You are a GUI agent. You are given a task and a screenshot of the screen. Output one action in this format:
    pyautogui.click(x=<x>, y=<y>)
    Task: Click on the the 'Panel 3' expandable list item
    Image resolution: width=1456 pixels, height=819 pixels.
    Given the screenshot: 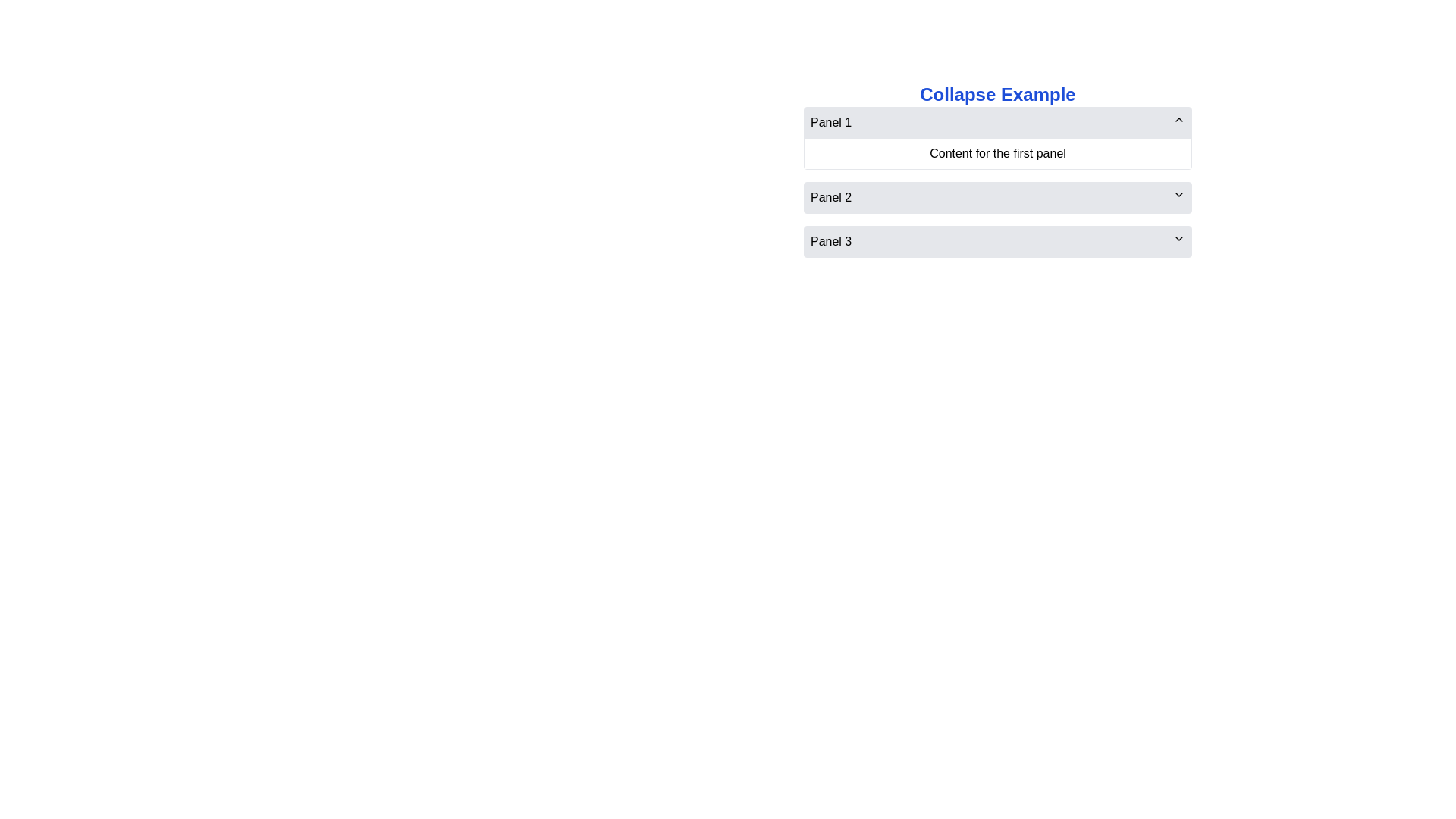 What is the action you would take?
    pyautogui.click(x=997, y=241)
    